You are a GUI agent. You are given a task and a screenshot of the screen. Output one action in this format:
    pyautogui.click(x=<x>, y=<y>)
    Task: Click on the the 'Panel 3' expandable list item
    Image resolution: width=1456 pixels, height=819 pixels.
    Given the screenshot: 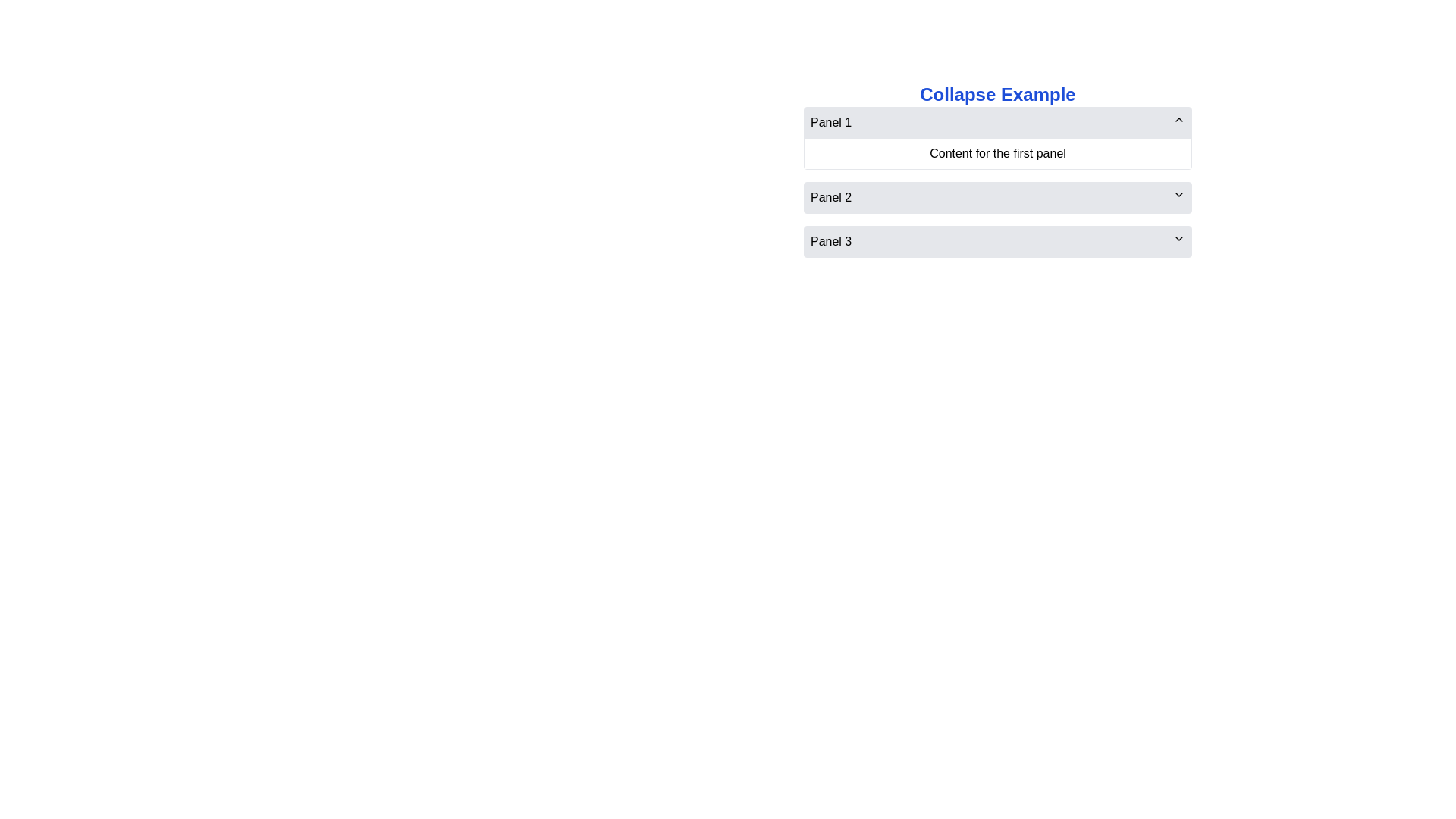 What is the action you would take?
    pyautogui.click(x=997, y=241)
    